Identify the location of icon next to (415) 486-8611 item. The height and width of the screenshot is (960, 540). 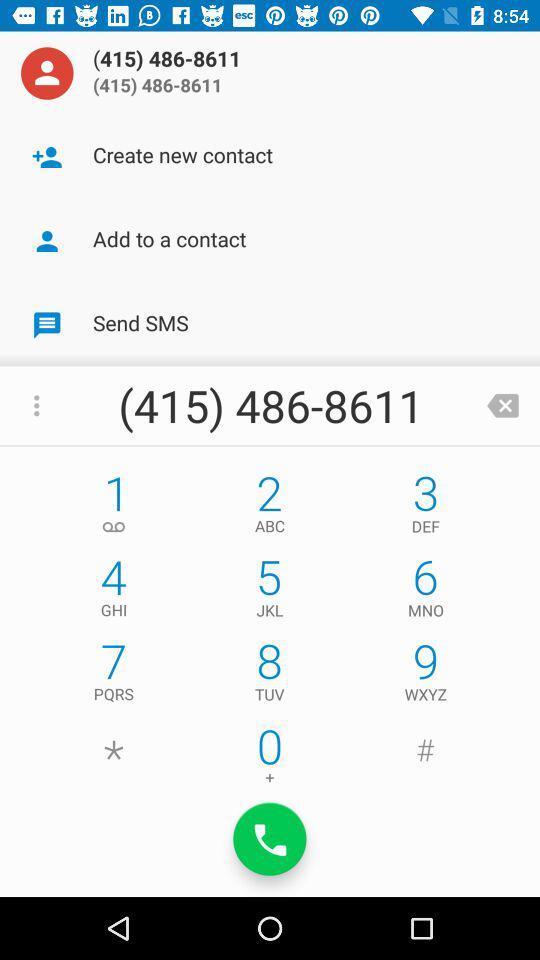
(47, 73).